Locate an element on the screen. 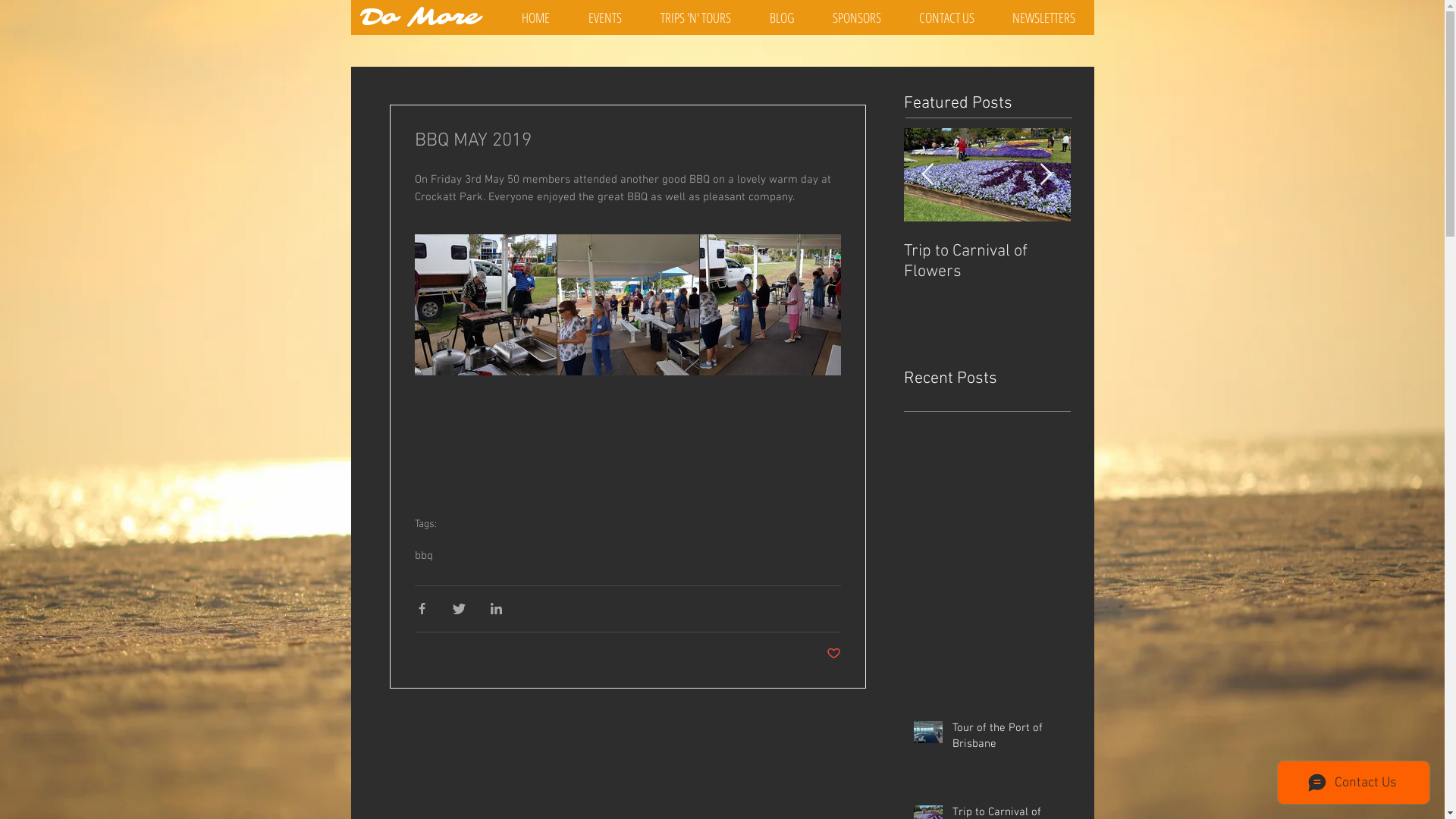 This screenshot has width=1456, height=819. 'SPONSORS' is located at coordinates (855, 17).